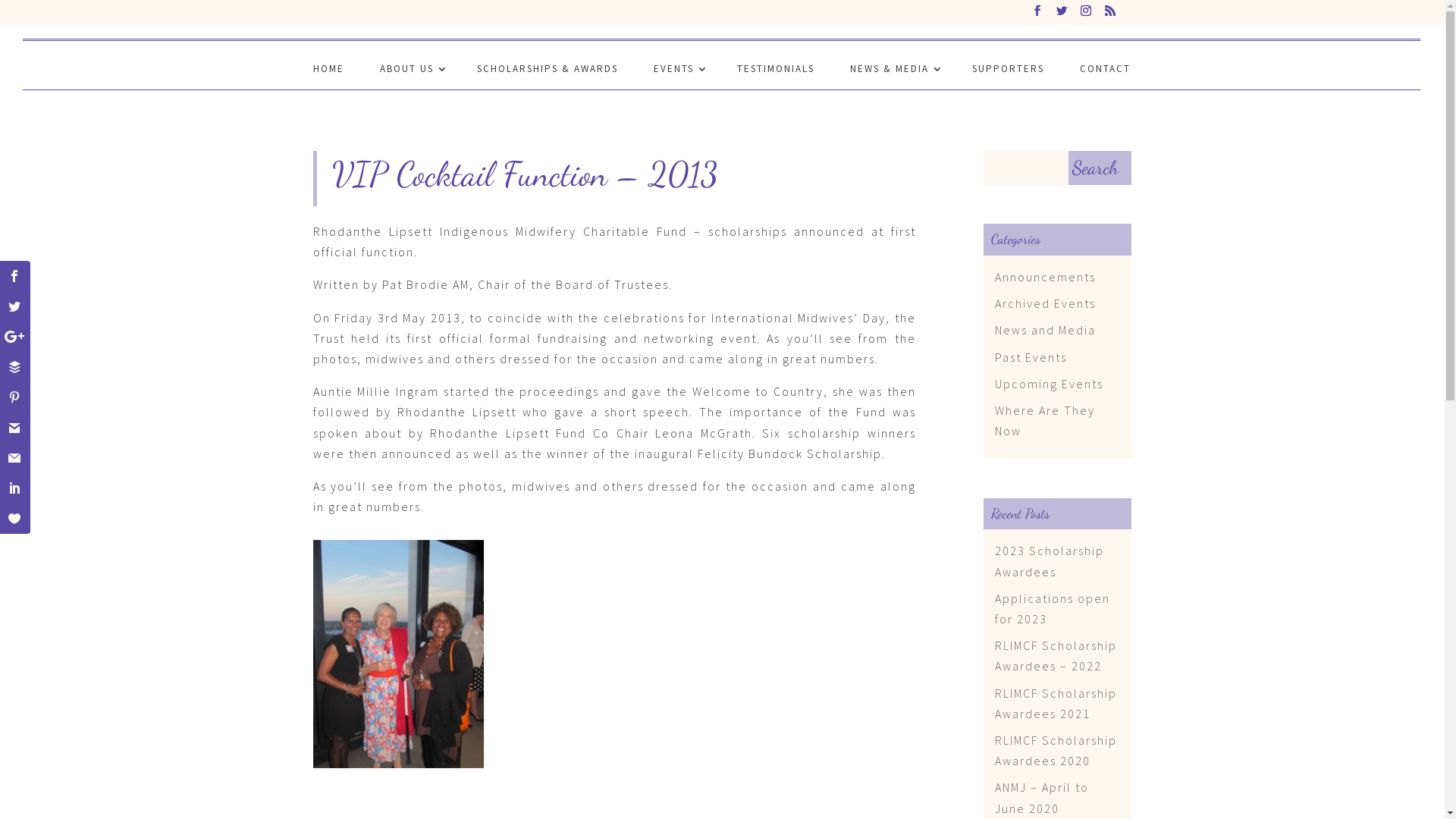 The width and height of the screenshot is (1456, 819). I want to click on 'SCHOLARSHIPS & AWARDS', so click(546, 76).